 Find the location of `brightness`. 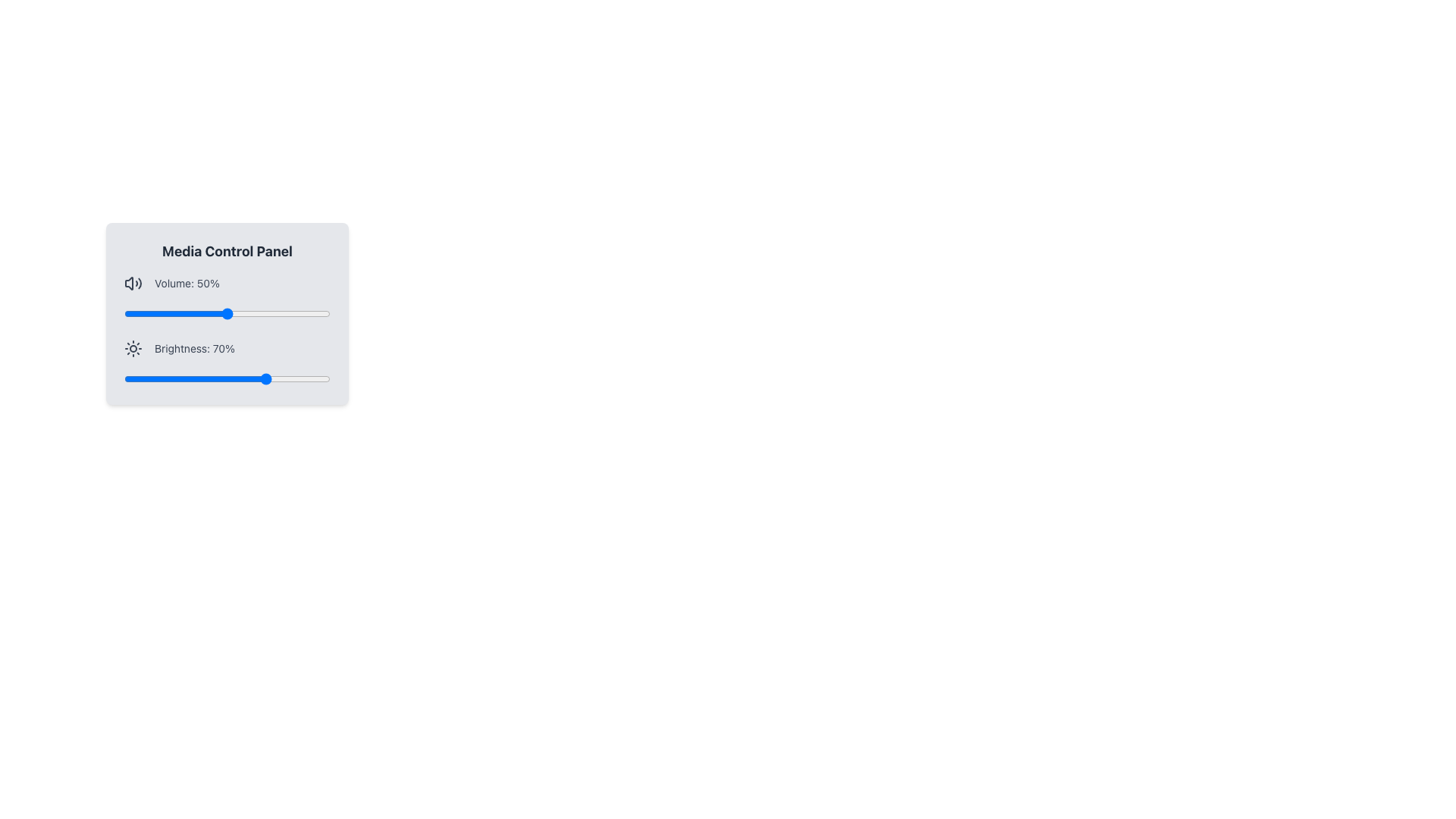

brightness is located at coordinates (214, 378).